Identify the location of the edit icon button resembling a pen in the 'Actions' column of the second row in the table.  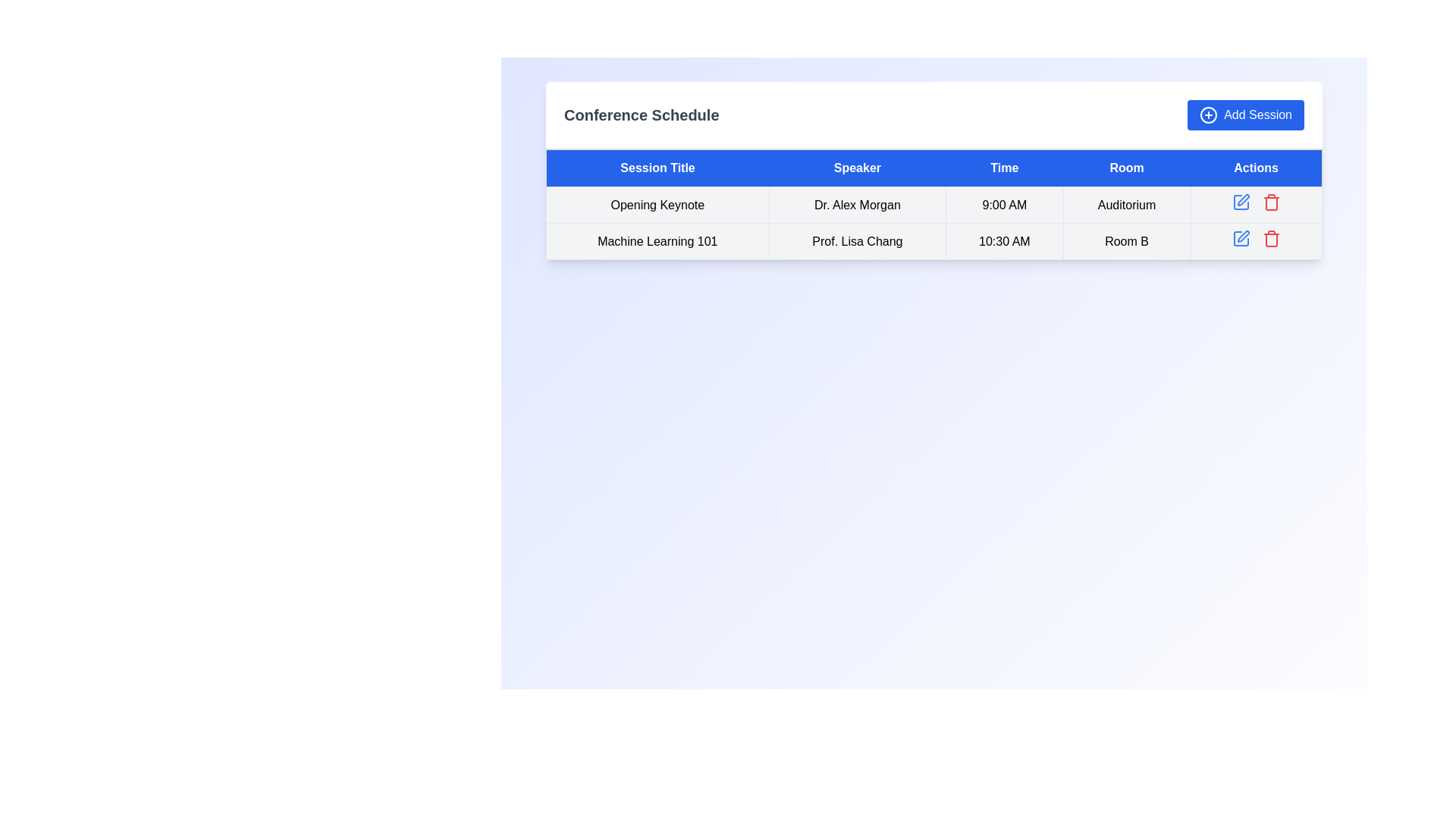
(1243, 237).